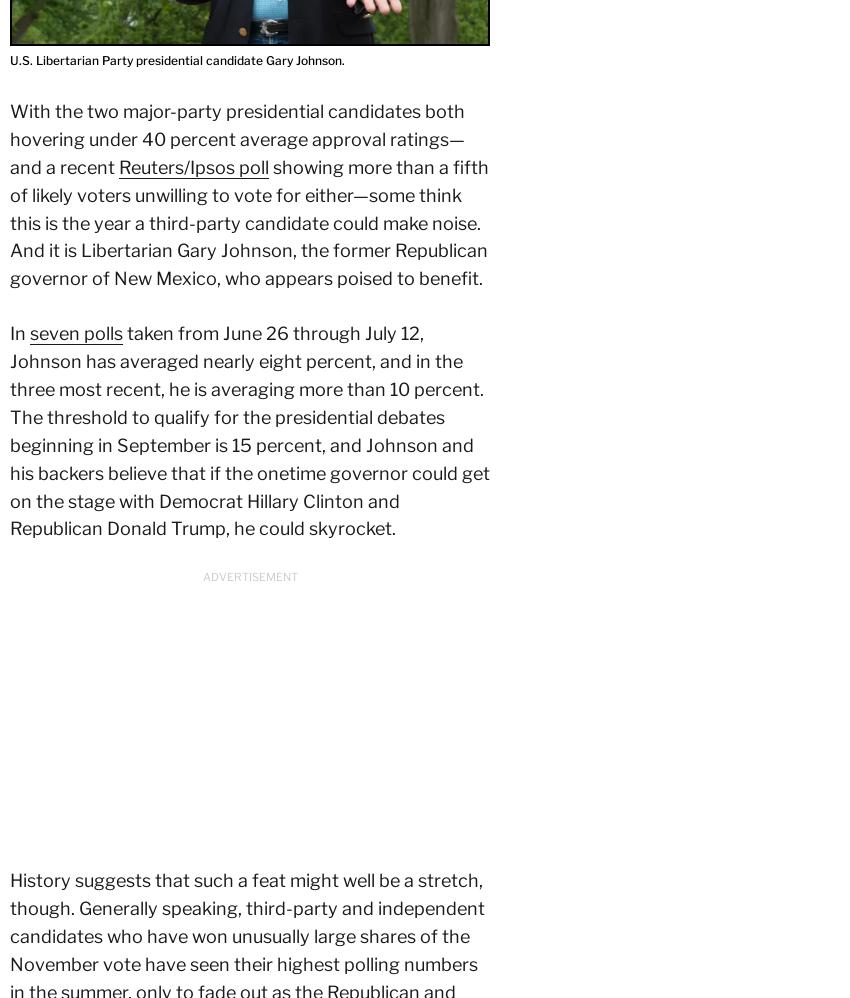 Image resolution: width=850 pixels, height=998 pixels. I want to click on 'Contact', so click(35, 866).